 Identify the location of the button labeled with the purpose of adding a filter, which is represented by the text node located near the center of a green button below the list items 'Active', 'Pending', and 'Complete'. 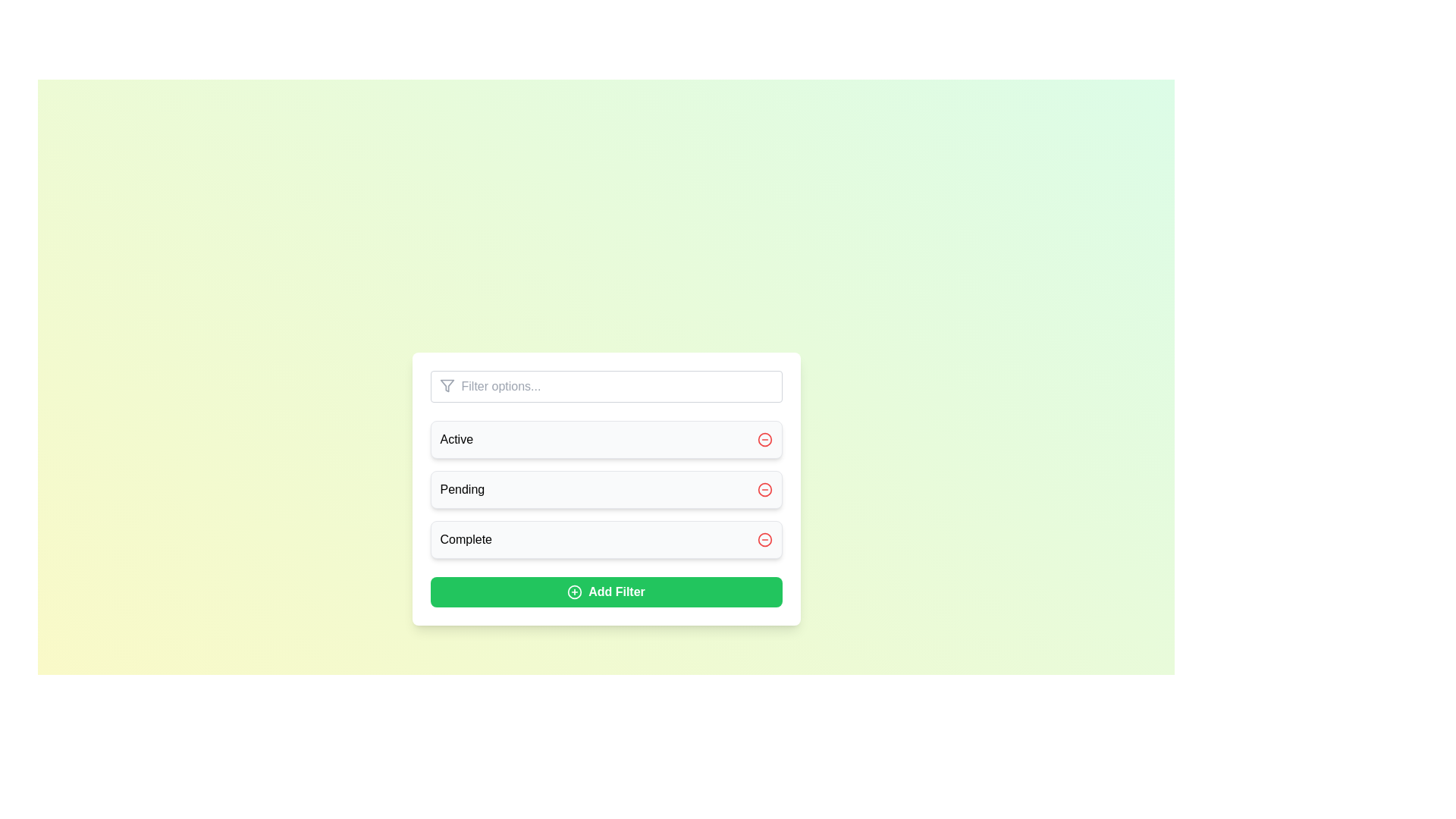
(617, 591).